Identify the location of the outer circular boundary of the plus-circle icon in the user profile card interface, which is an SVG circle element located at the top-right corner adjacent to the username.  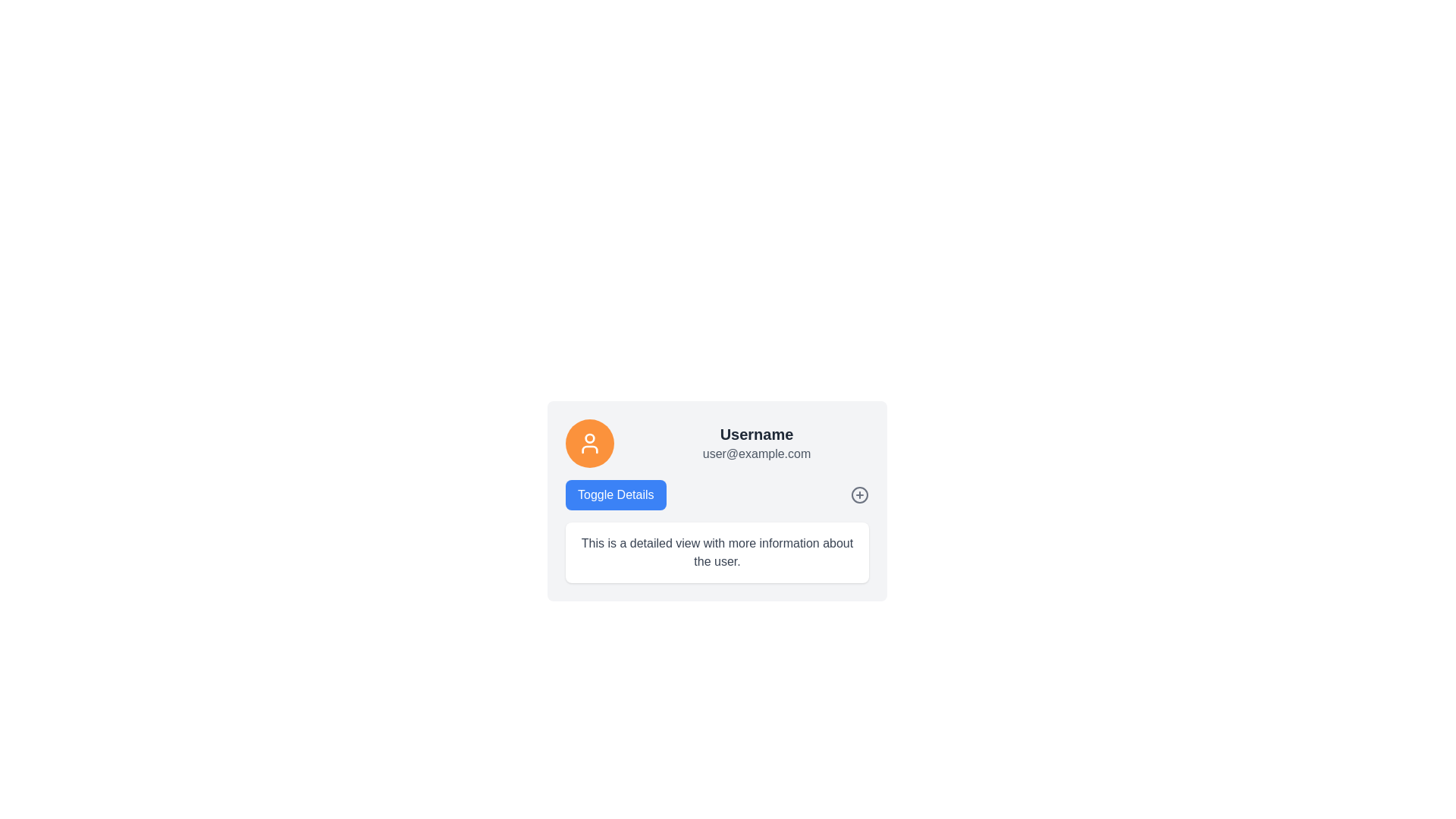
(859, 494).